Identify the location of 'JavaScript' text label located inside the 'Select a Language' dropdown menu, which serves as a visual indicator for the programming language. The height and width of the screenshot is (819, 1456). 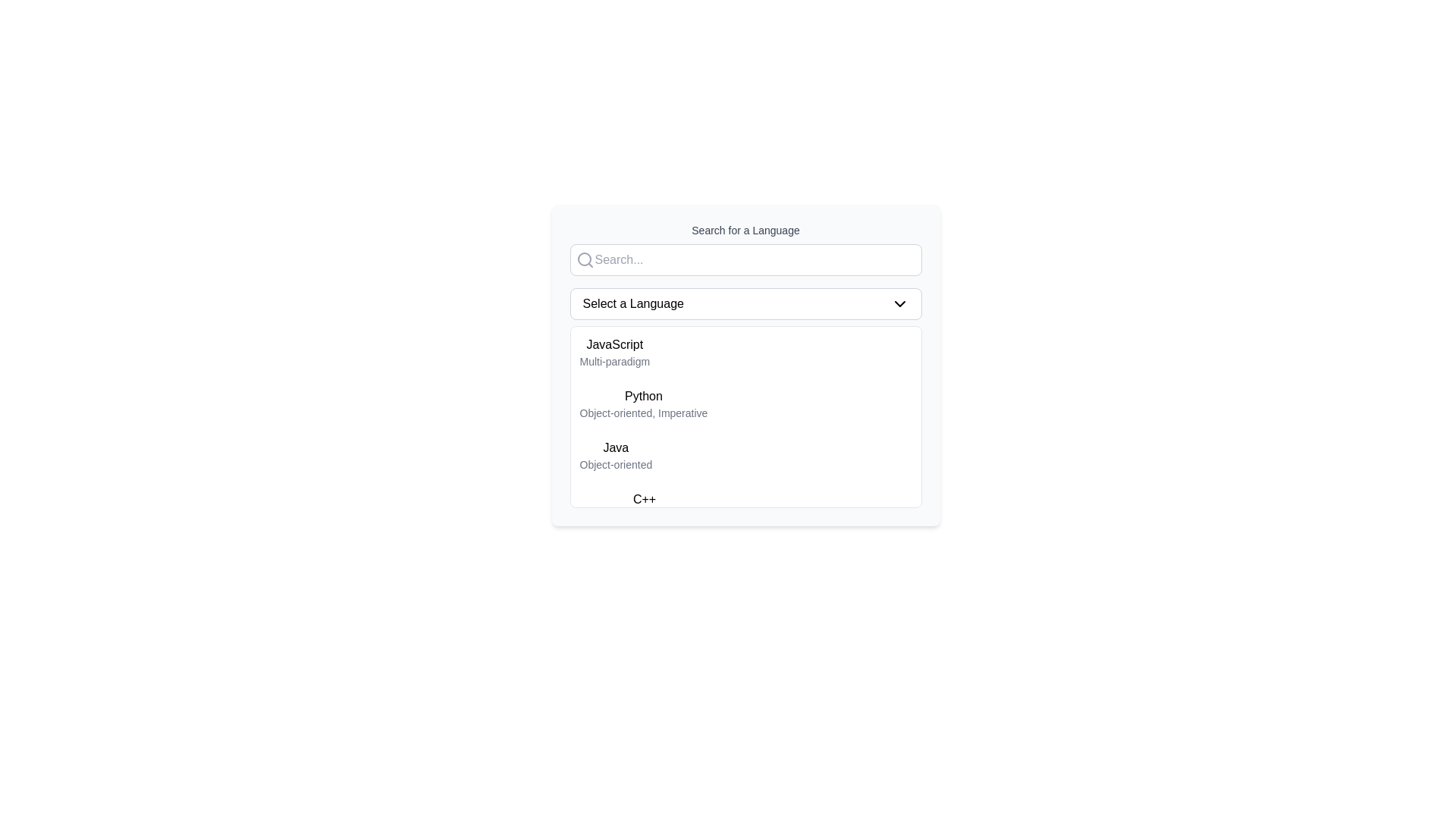
(614, 345).